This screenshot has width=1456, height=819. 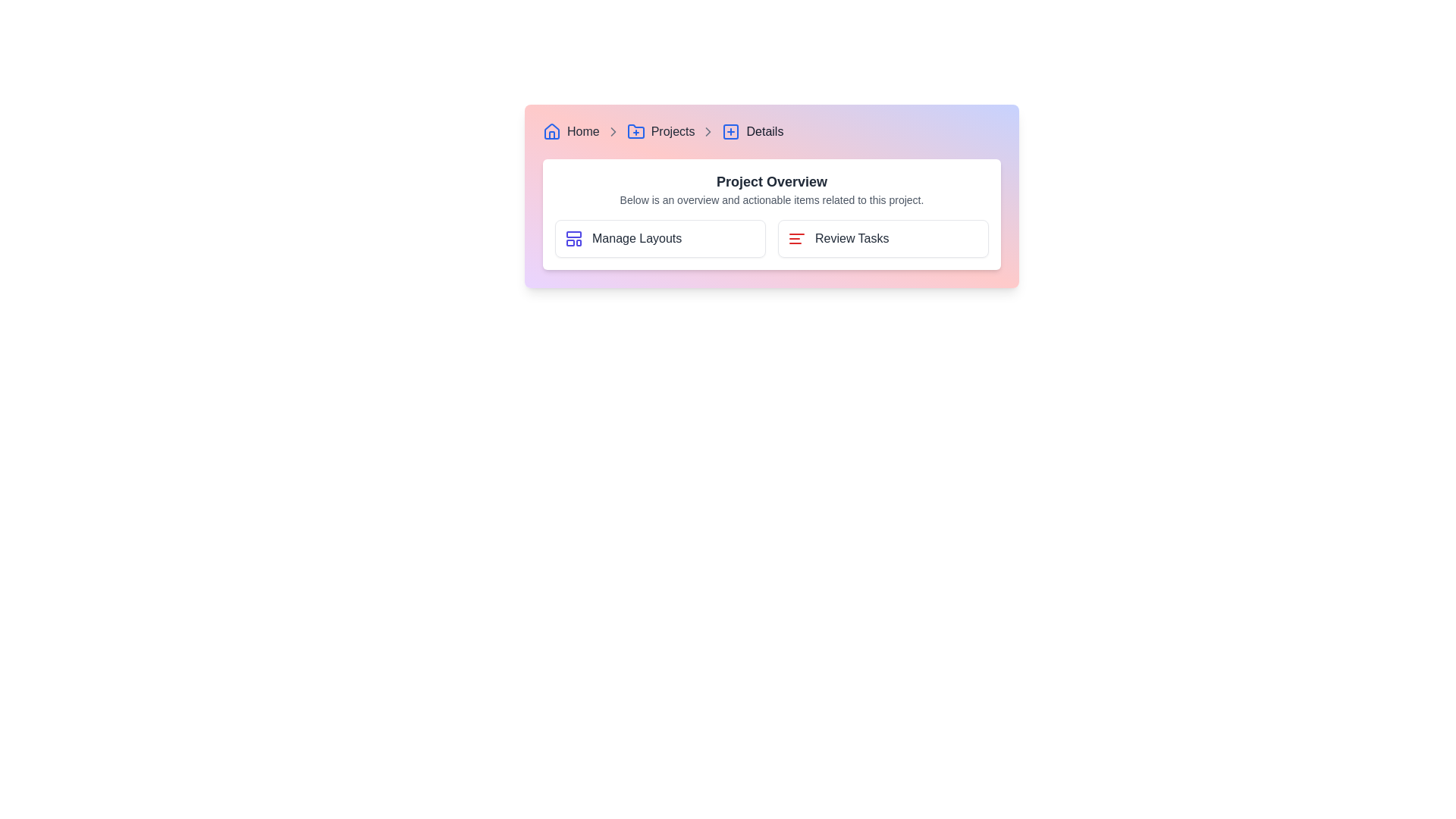 I want to click on the 'Projects' hyperlink text in the breadcrumb navigation bar, so click(x=672, y=130).